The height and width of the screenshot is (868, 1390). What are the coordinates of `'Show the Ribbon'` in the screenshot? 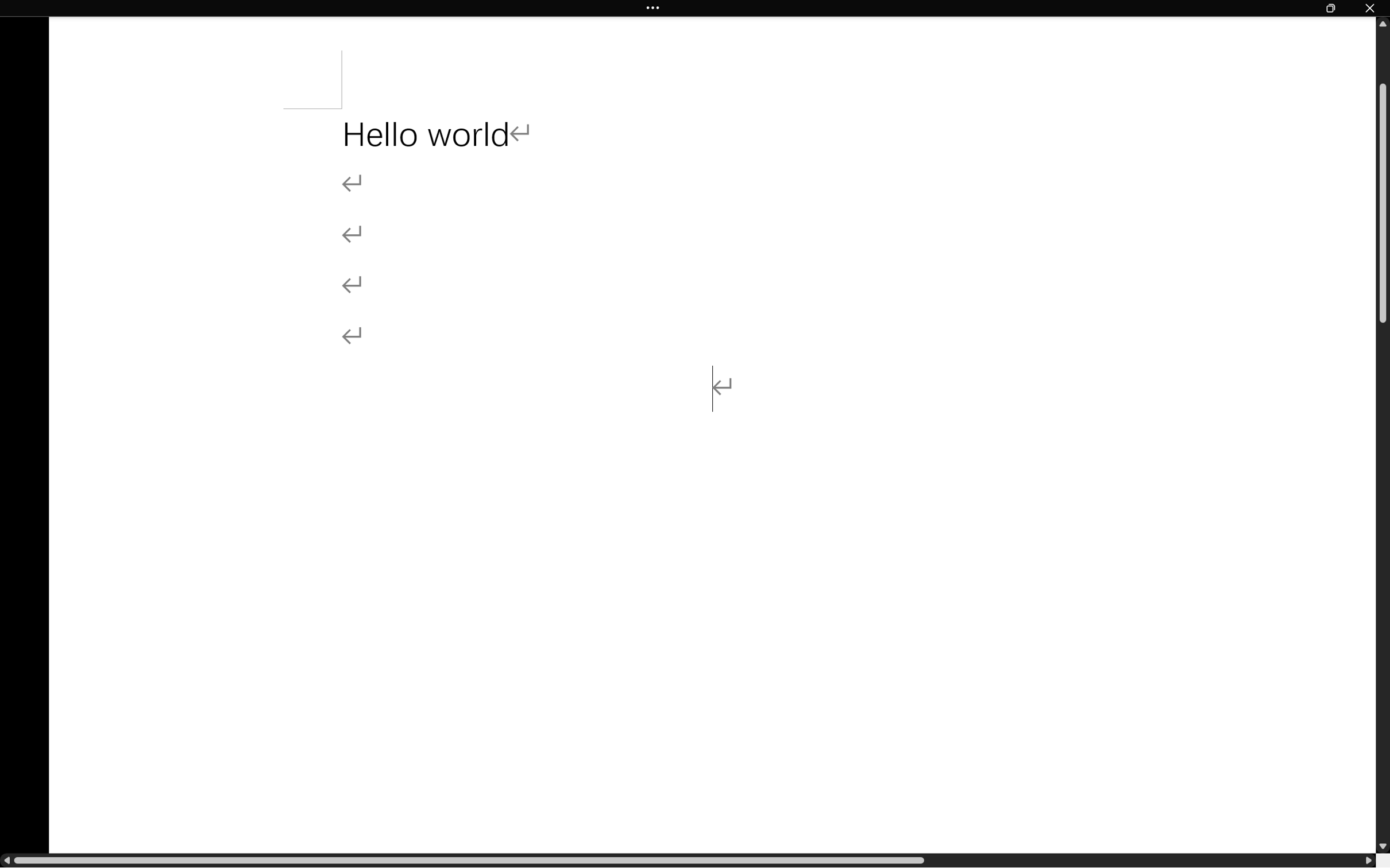 It's located at (655, 7).